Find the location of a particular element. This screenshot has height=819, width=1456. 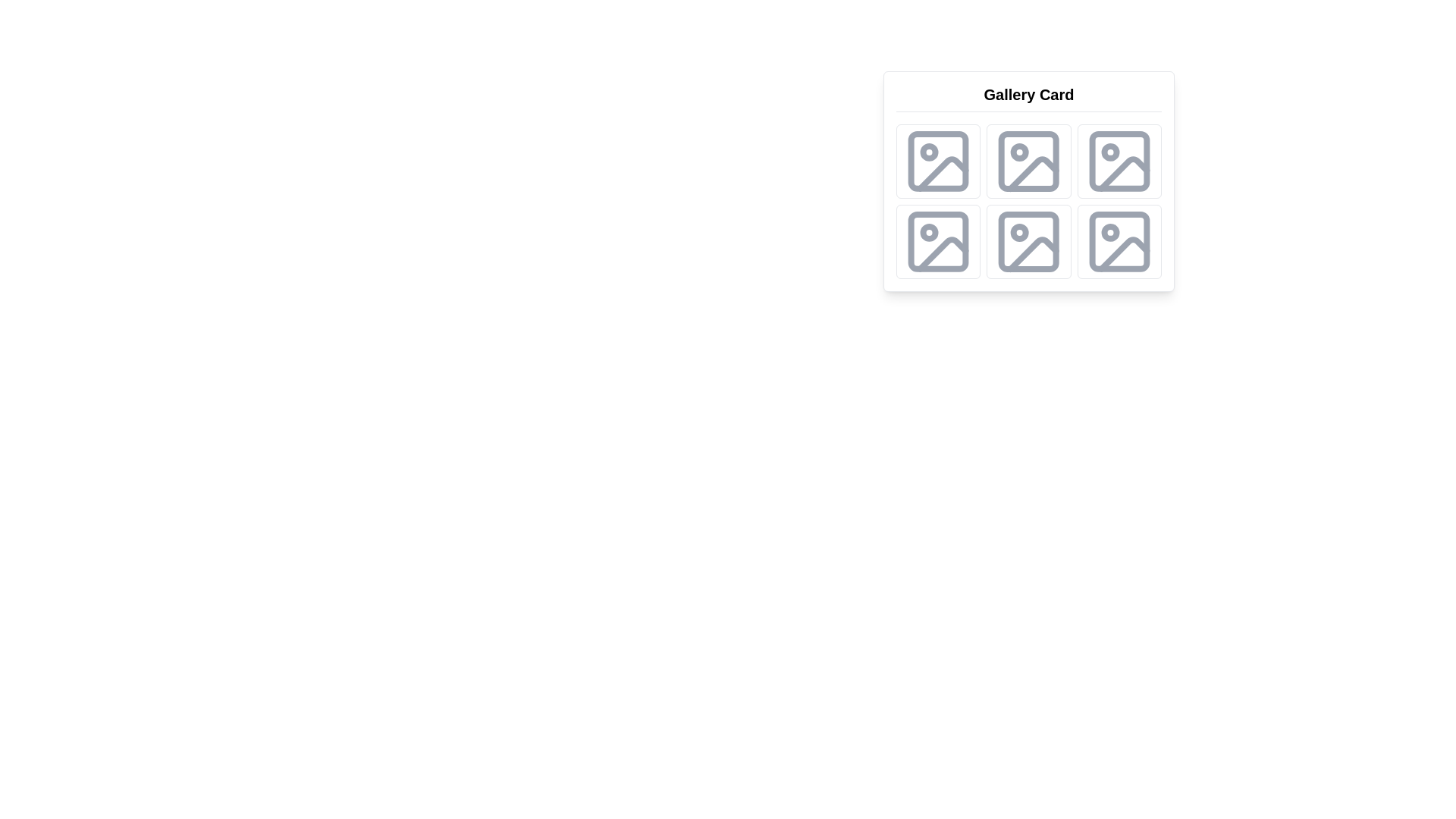

the icon resembling a stylized picture with a round dot and diagonal line located in the third row, first column of the Gallery Card section is located at coordinates (1029, 241).